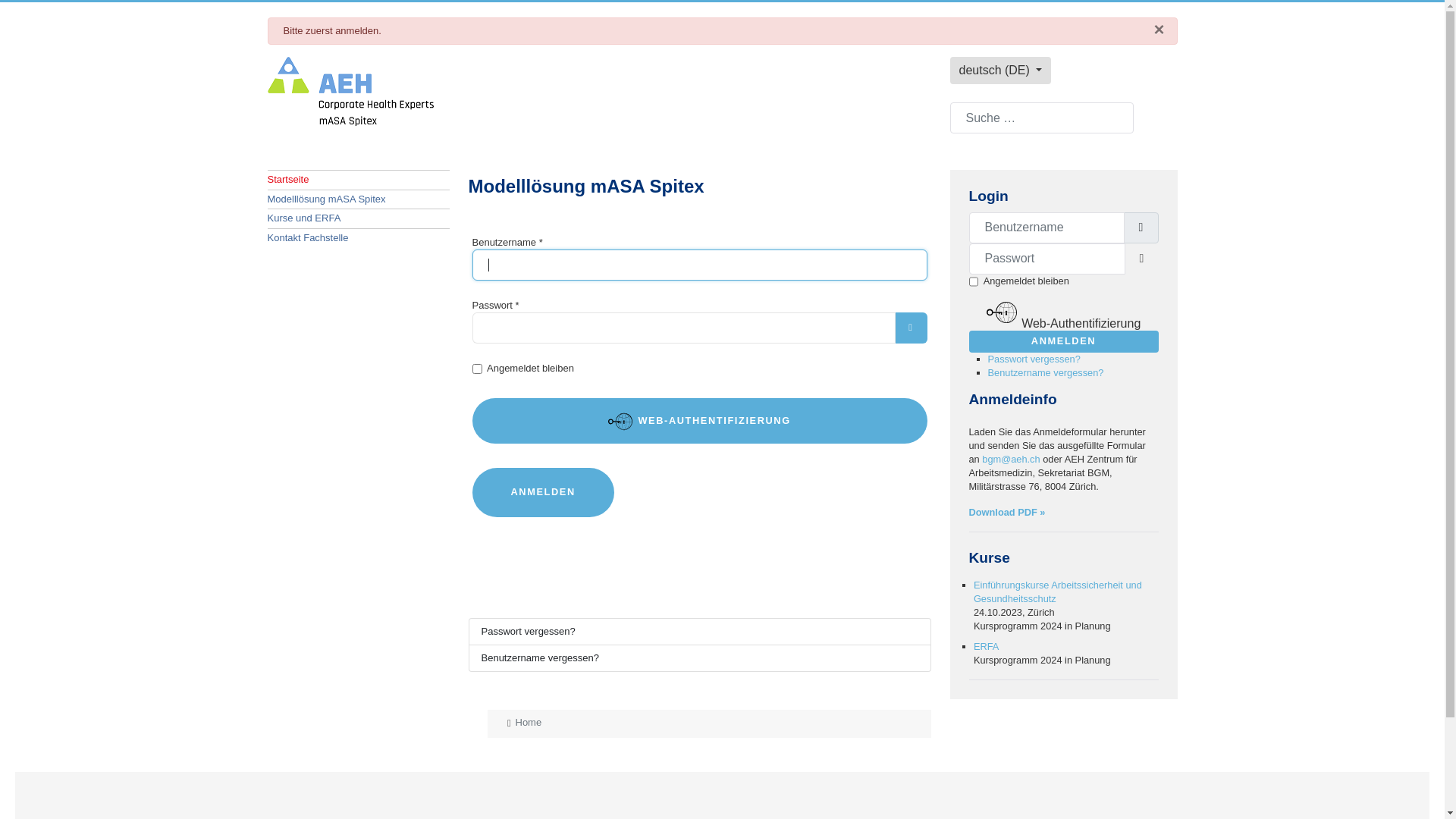  What do you see at coordinates (471, 492) in the screenshot?
I see `'ANMELDEN'` at bounding box center [471, 492].